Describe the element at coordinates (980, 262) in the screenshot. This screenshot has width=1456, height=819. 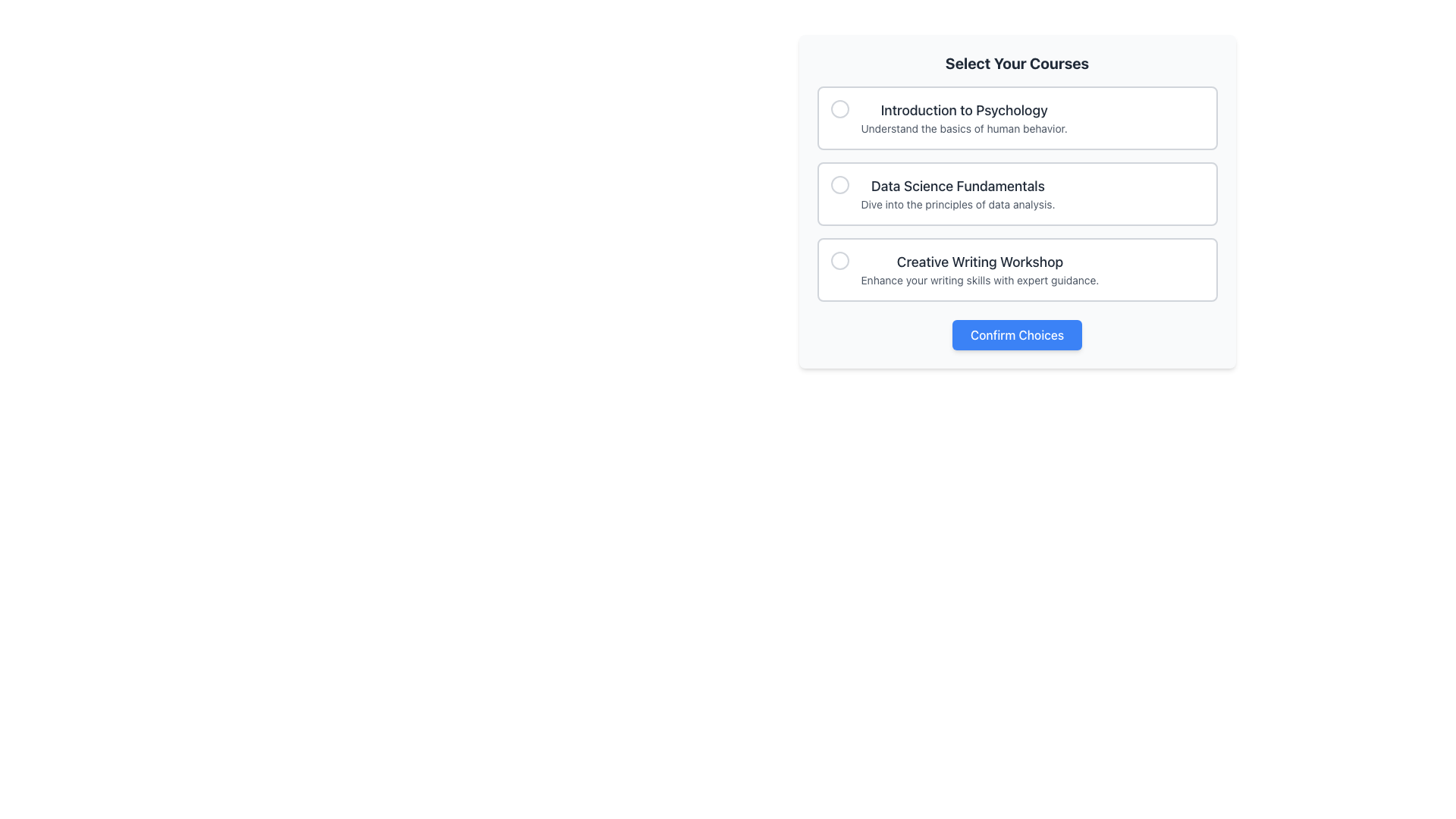
I see `the title text element that conveys the name of a specific course available for selection, located directly above the text 'Enhance your writing skills with expert guidance.'` at that location.